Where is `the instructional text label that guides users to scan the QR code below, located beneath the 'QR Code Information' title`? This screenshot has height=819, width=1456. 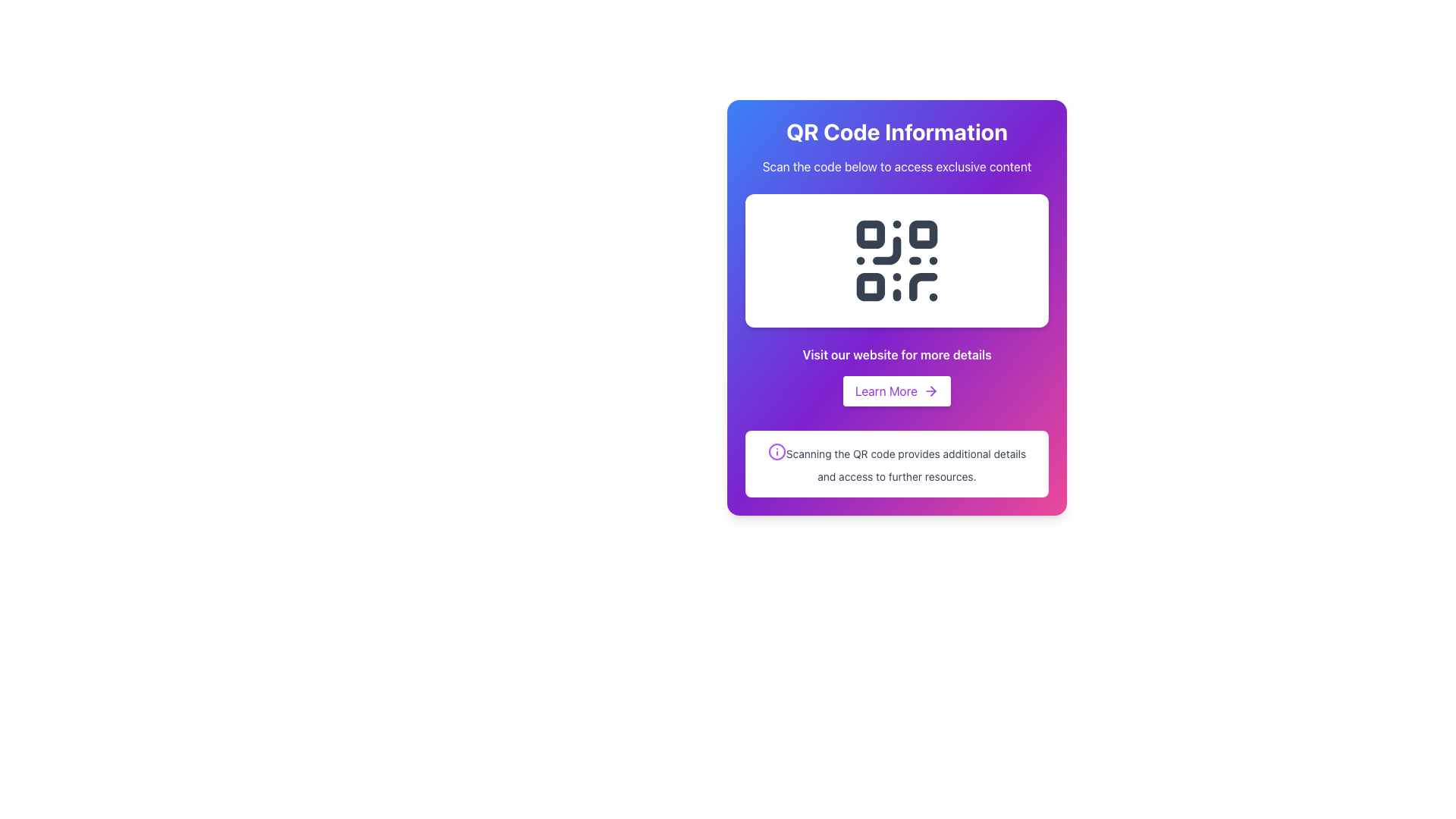 the instructional text label that guides users to scan the QR code below, located beneath the 'QR Code Information' title is located at coordinates (896, 166).